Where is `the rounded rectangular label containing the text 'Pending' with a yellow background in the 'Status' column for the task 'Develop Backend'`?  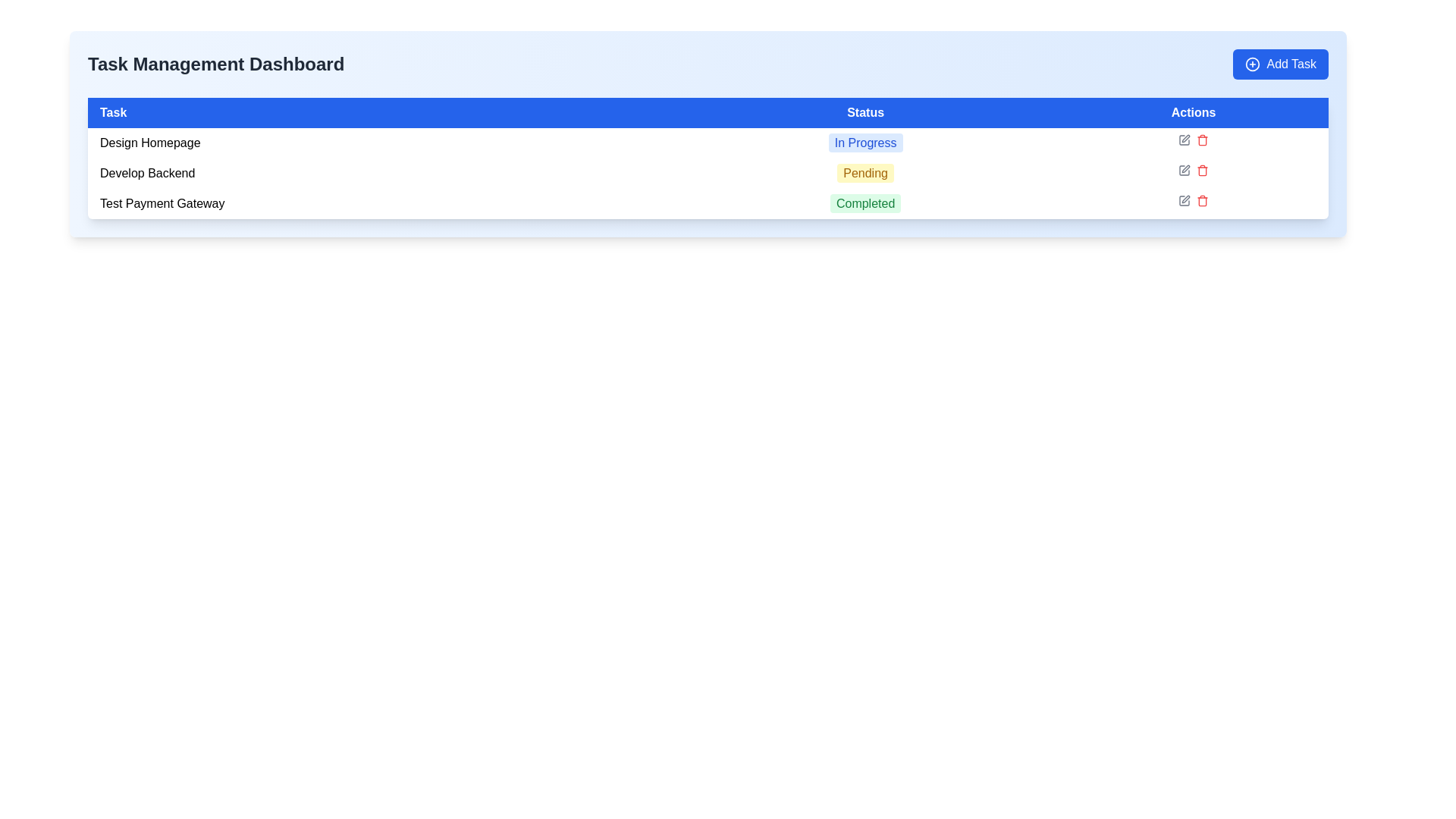 the rounded rectangular label containing the text 'Pending' with a yellow background in the 'Status' column for the task 'Develop Backend' is located at coordinates (865, 172).